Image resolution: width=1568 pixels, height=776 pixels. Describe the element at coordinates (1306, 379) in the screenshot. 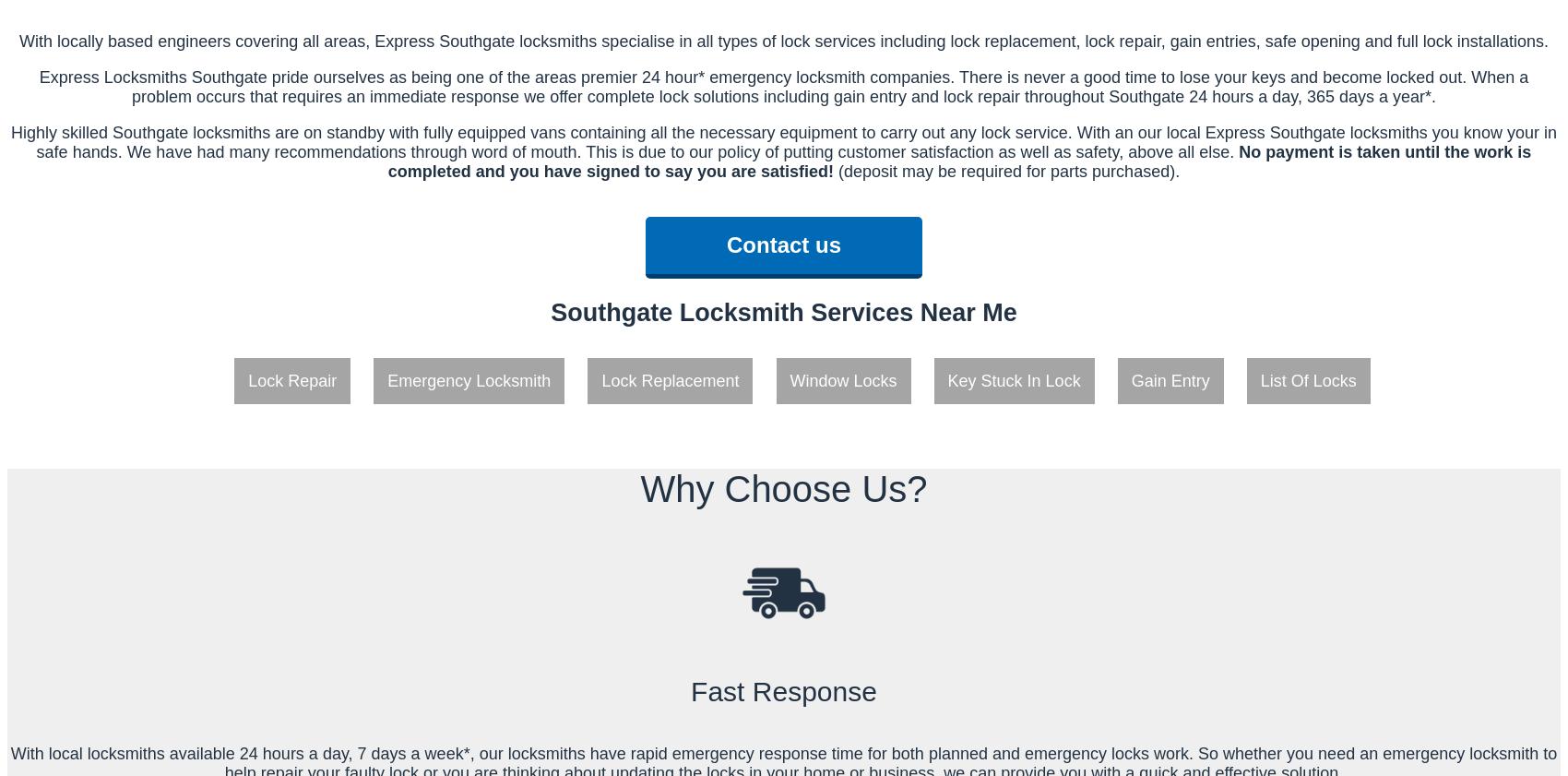

I see `'List Of Locks'` at that location.